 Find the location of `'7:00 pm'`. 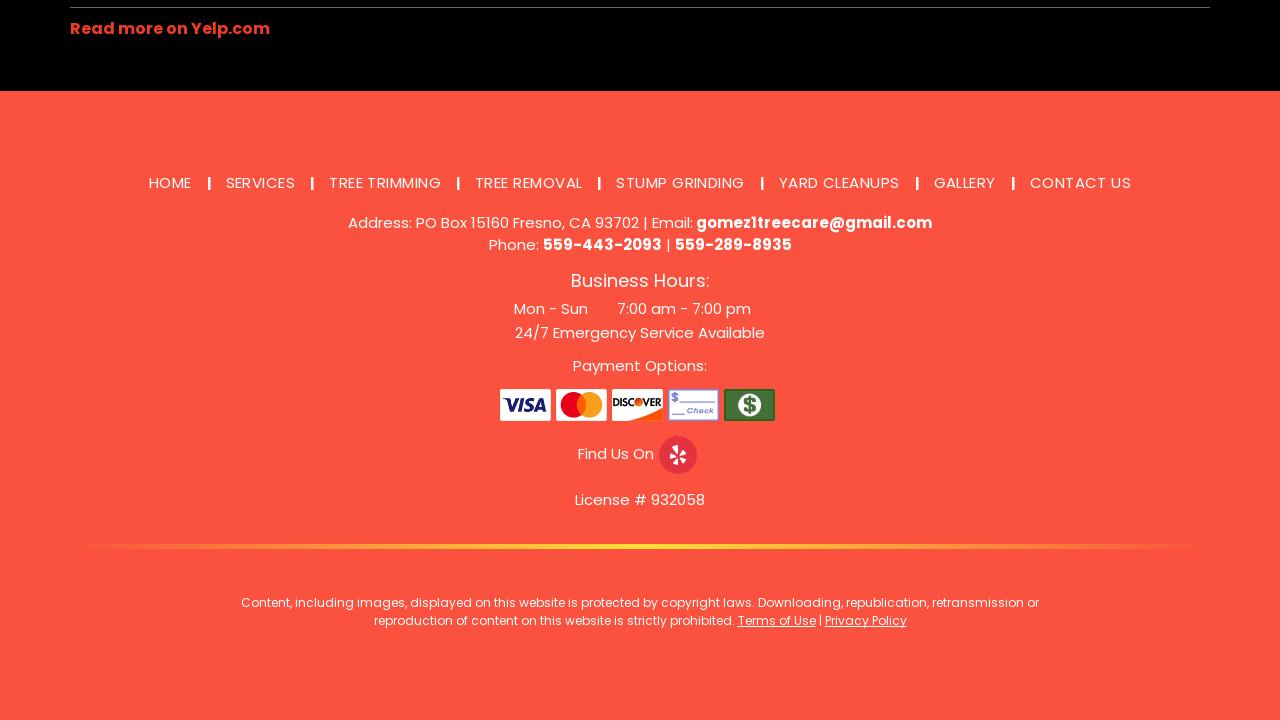

'7:00 pm' is located at coordinates (720, 307).